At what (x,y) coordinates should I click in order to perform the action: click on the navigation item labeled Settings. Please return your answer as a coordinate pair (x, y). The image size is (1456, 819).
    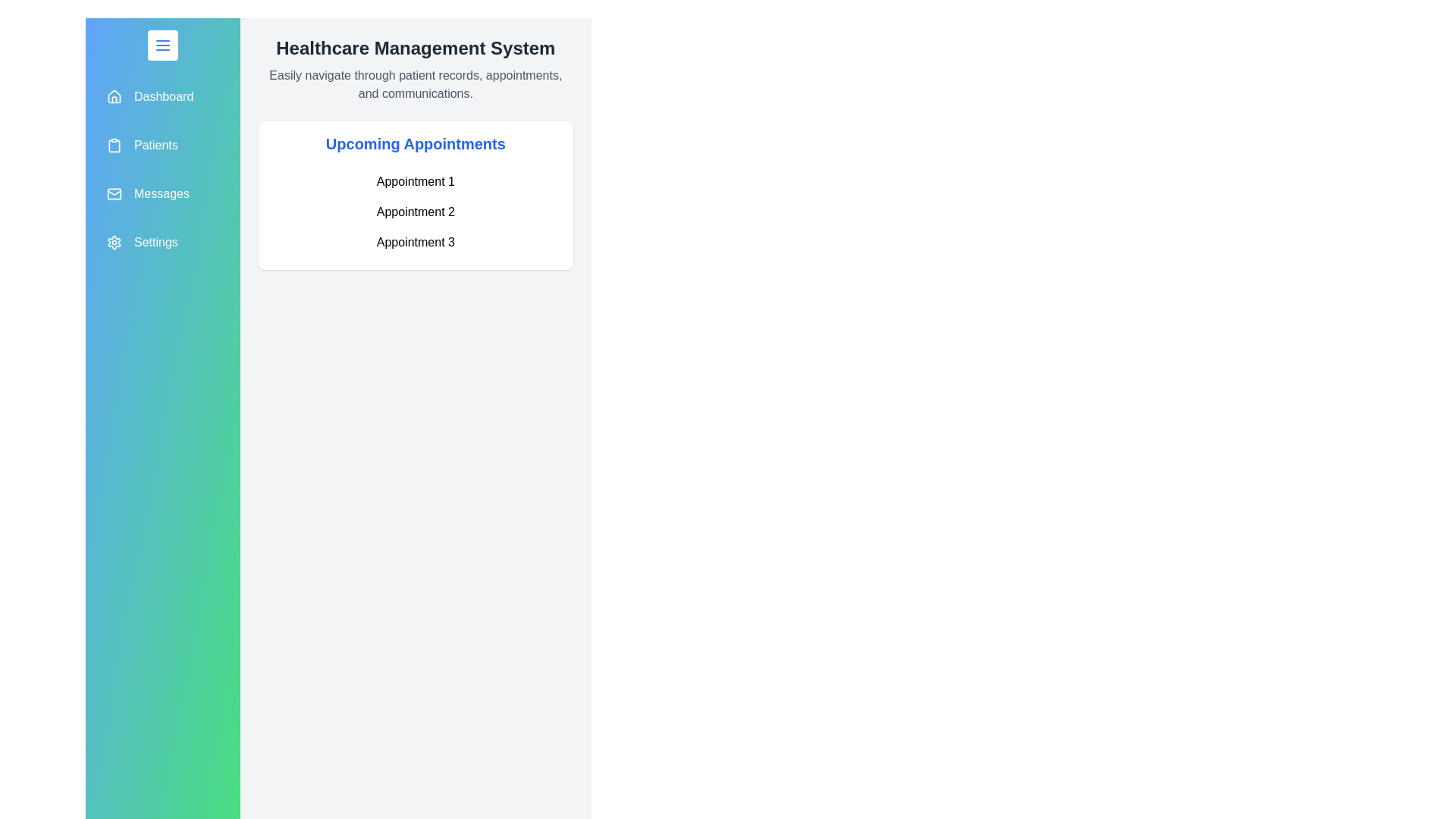
    Looking at the image, I should click on (162, 242).